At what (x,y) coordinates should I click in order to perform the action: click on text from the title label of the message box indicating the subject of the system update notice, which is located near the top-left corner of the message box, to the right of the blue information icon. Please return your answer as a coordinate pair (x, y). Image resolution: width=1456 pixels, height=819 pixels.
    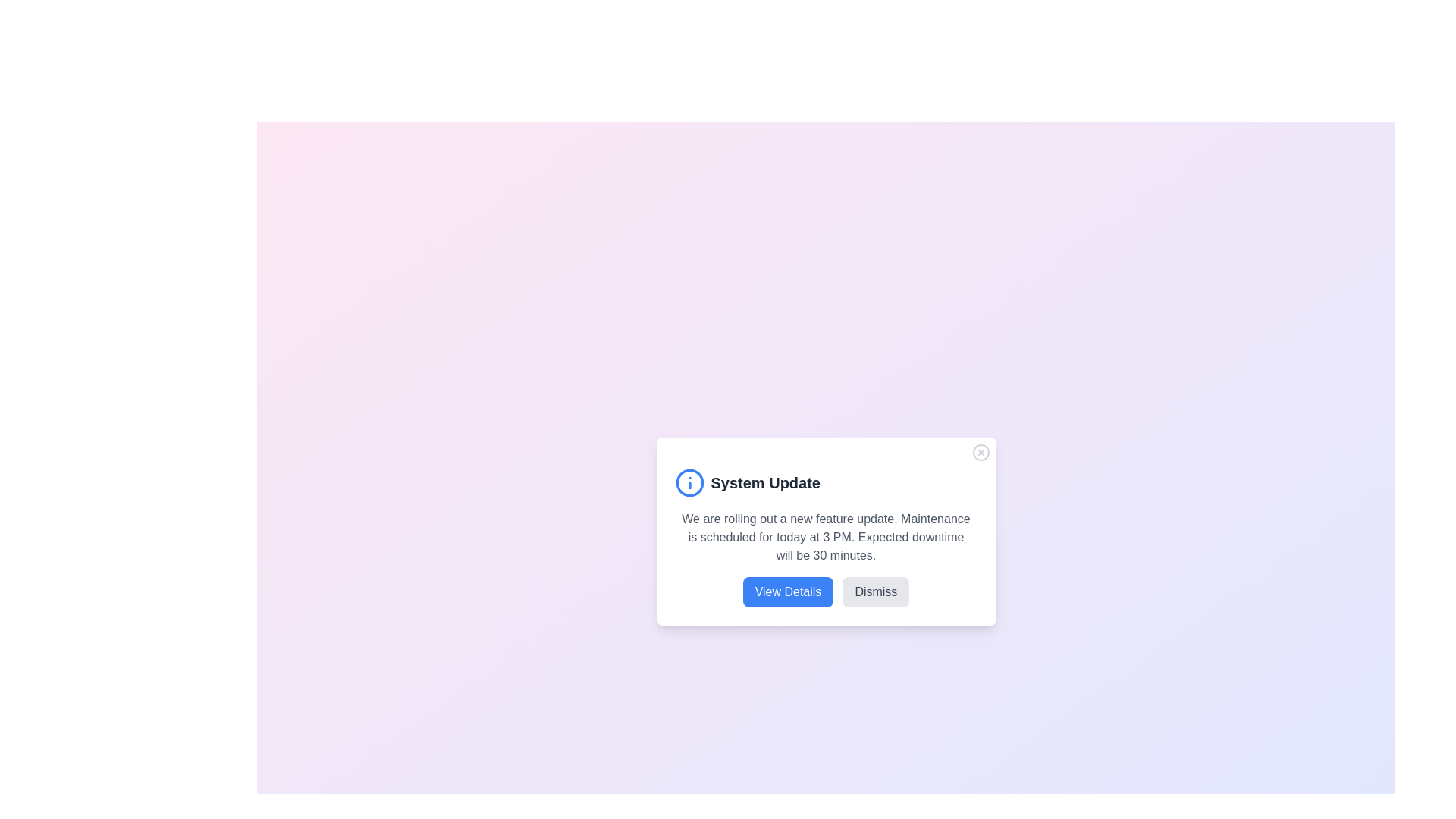
    Looking at the image, I should click on (765, 482).